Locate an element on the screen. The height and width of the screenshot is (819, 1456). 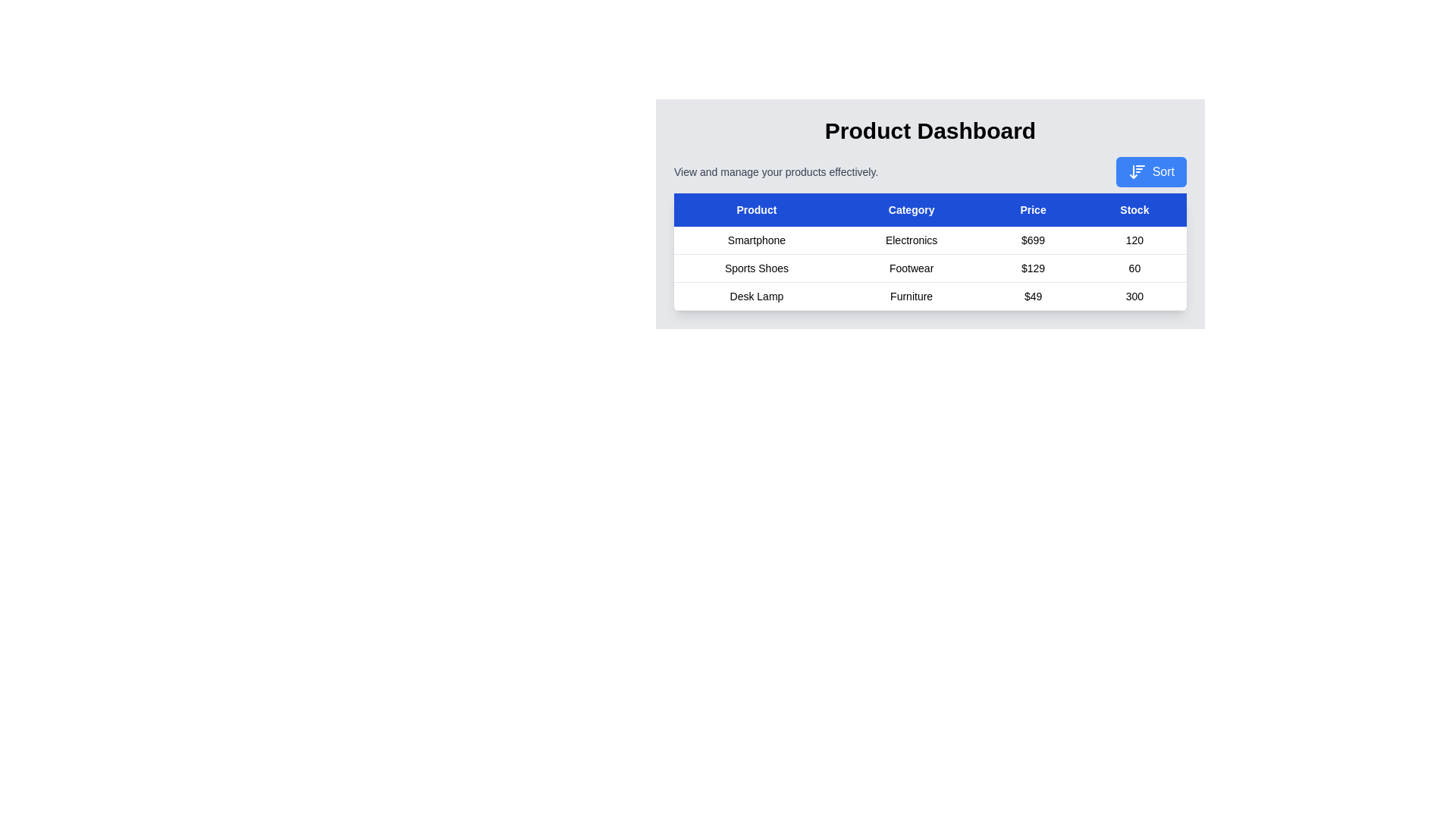
the Product table header to sort the table by that column is located at coordinates (757, 210).